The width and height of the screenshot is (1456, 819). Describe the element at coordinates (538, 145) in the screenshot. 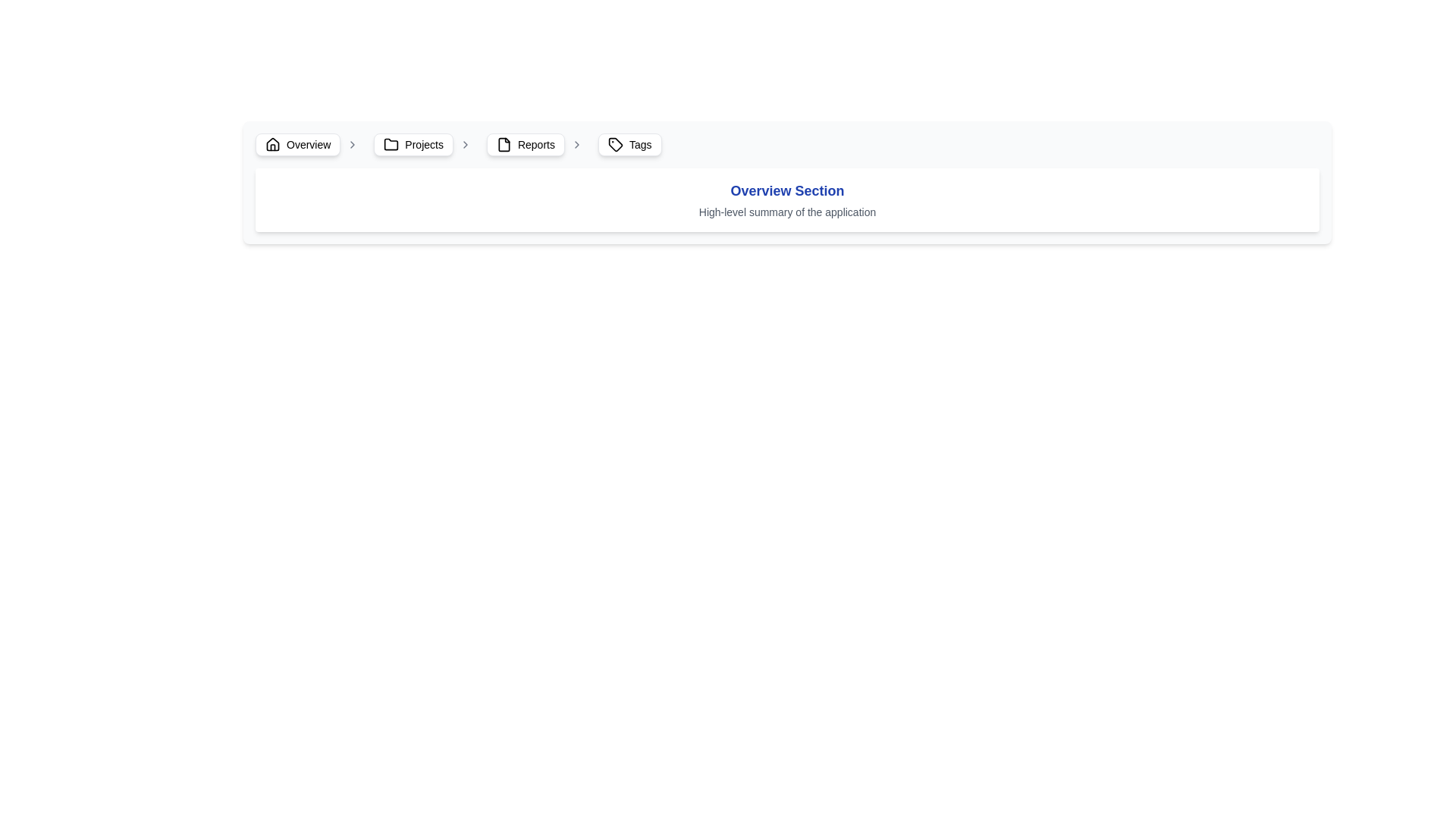

I see `the breadcrumb navigation item labeled 'Reports'` at that location.